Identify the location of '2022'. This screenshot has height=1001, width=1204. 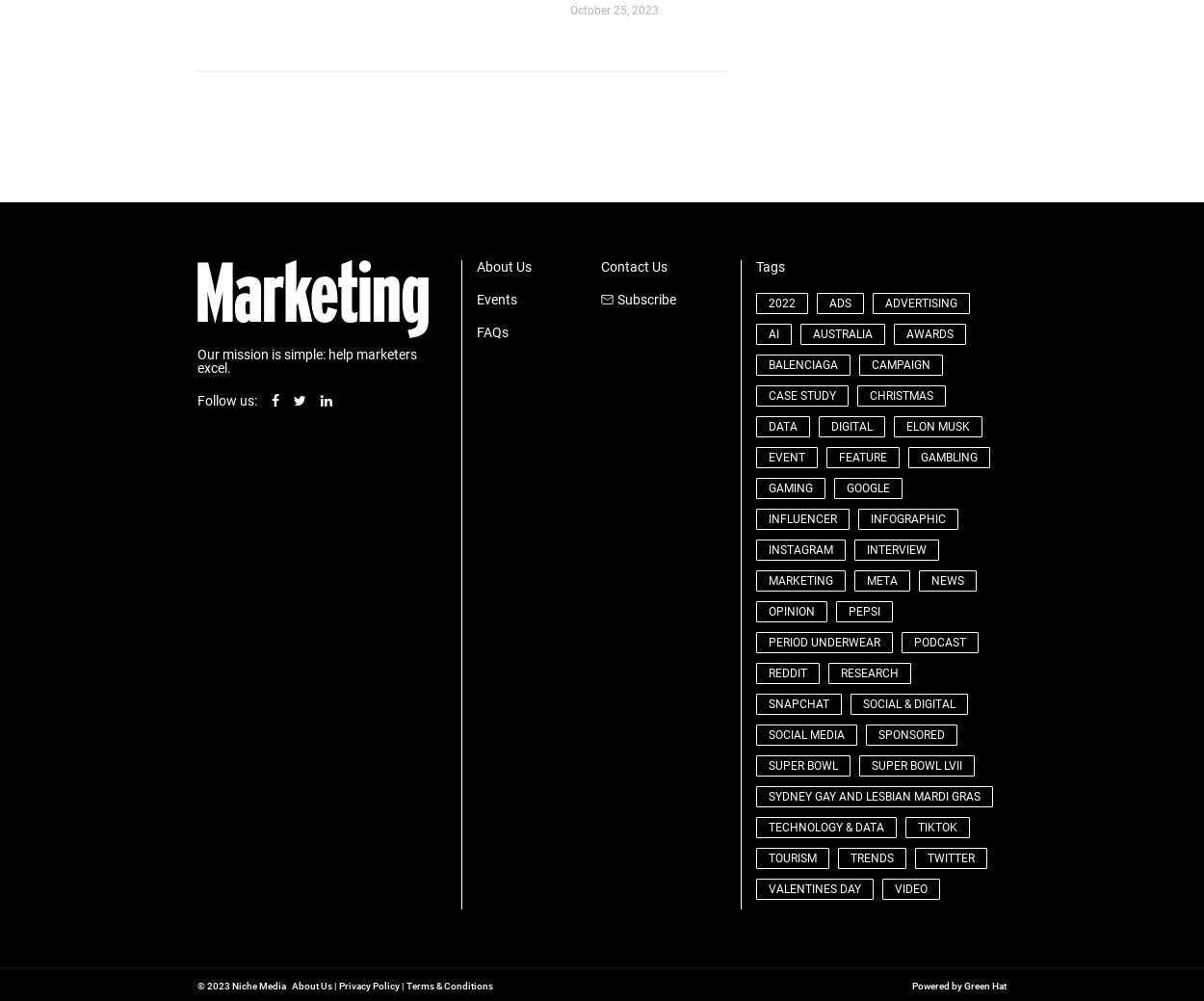
(781, 302).